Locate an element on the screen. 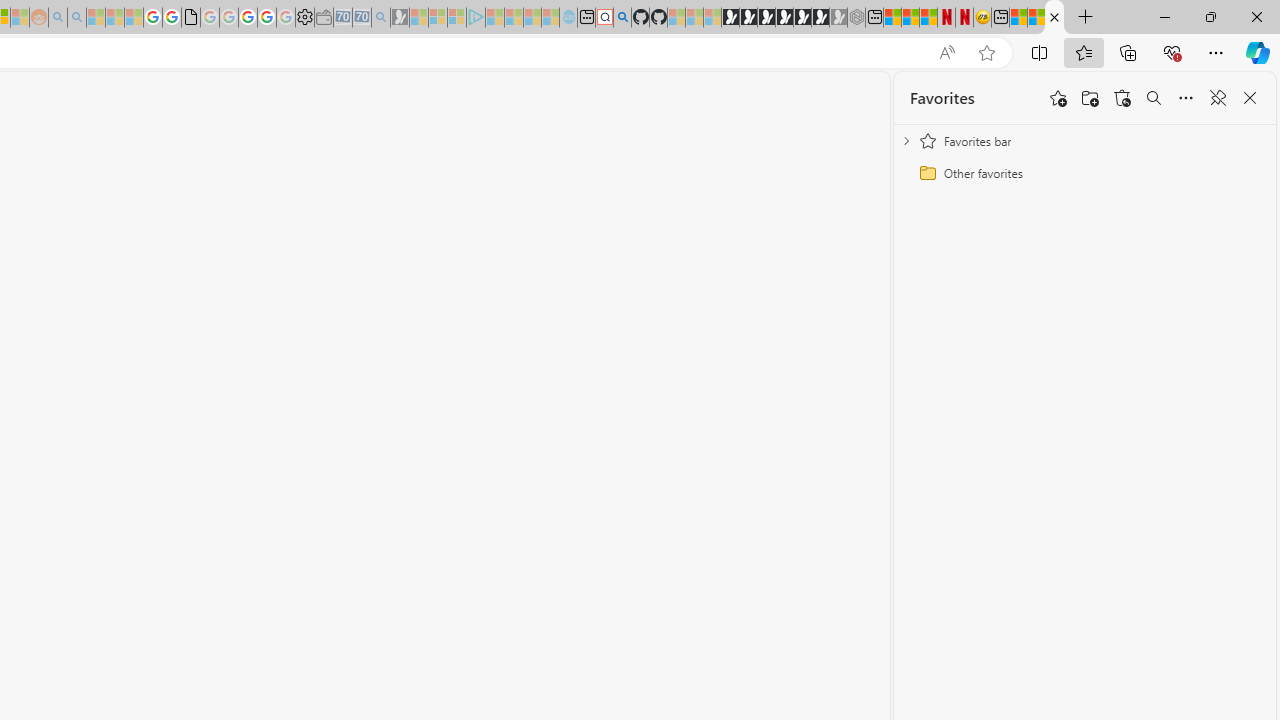 This screenshot has height=720, width=1280. 'Play Free Online Games | Games from Microsoft Start' is located at coordinates (729, 17).